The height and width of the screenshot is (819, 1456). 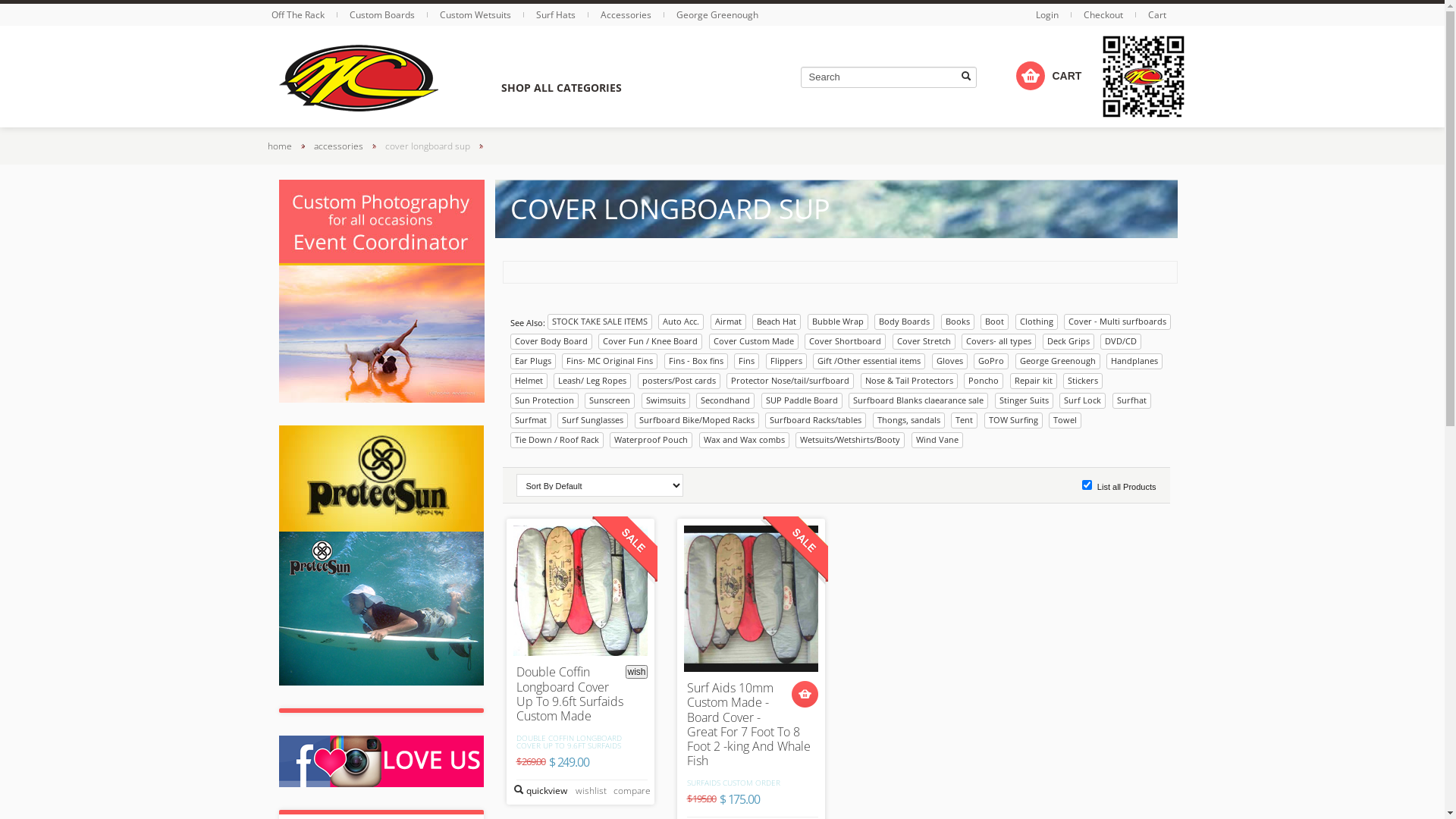 I want to click on 'George Greenough', so click(x=1056, y=361).